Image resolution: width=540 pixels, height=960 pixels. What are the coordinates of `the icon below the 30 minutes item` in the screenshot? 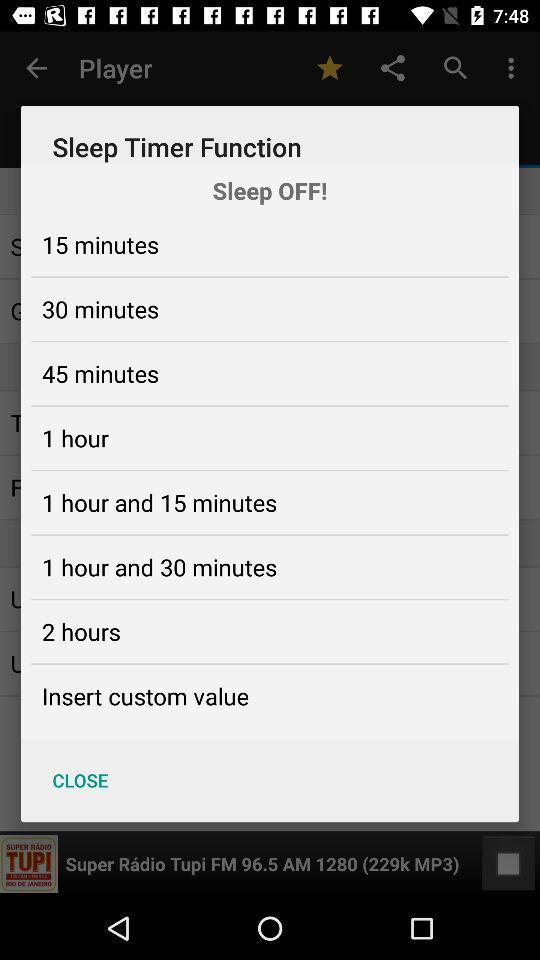 It's located at (99, 372).